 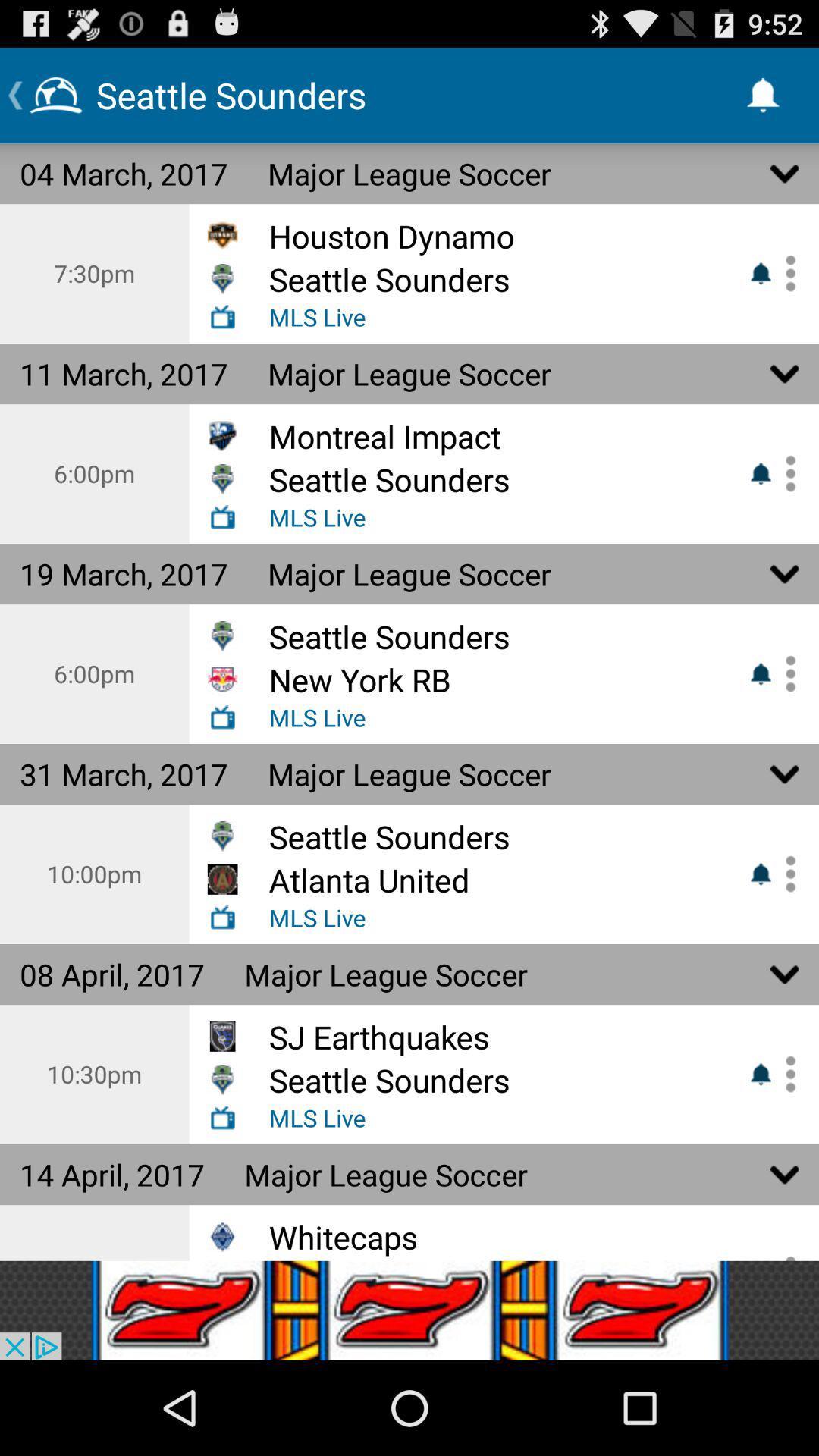 What do you see at coordinates (785, 673) in the screenshot?
I see `set alert and go to account setttings` at bounding box center [785, 673].